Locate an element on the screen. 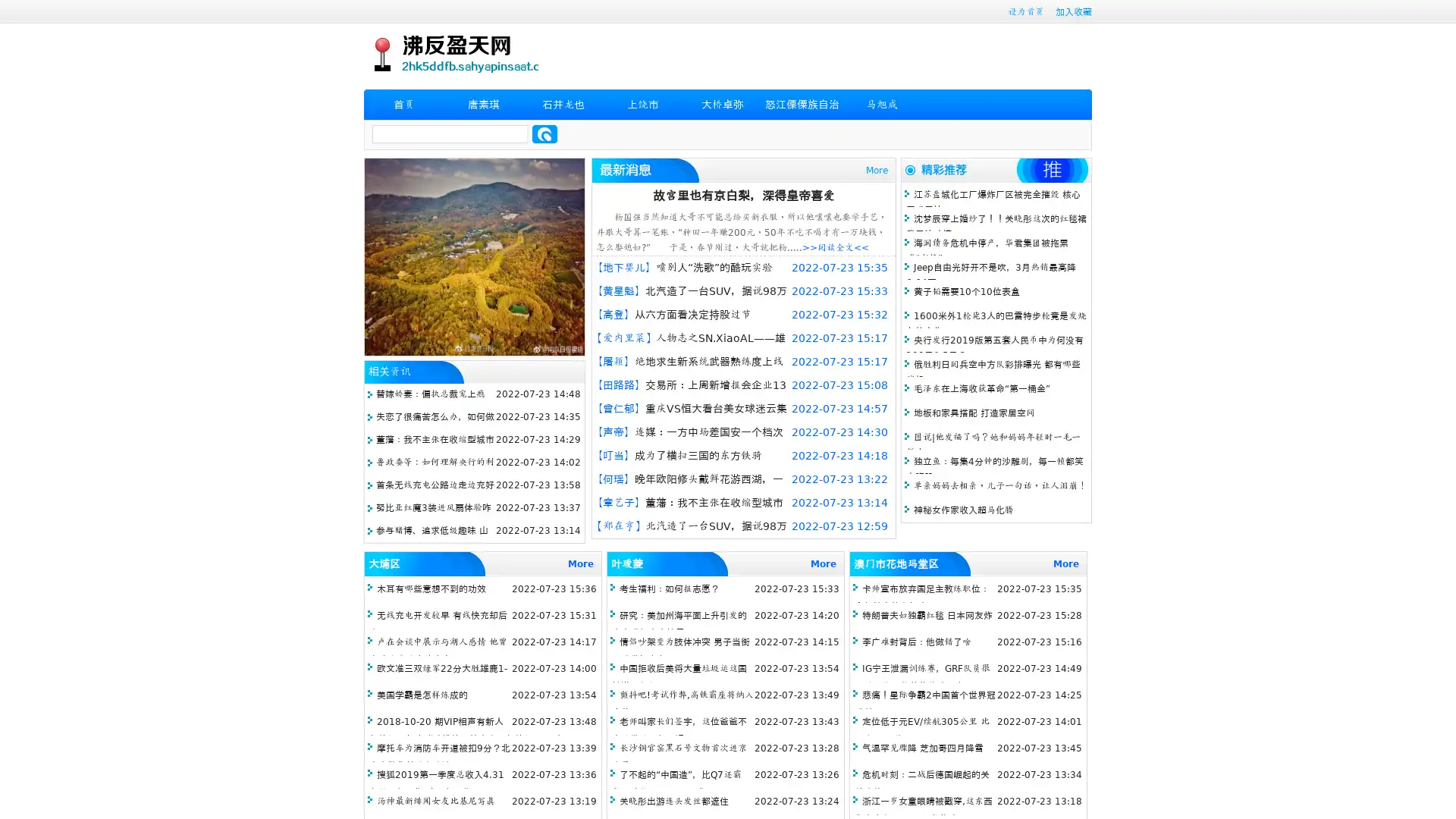 This screenshot has width=1456, height=819. Search is located at coordinates (544, 133).